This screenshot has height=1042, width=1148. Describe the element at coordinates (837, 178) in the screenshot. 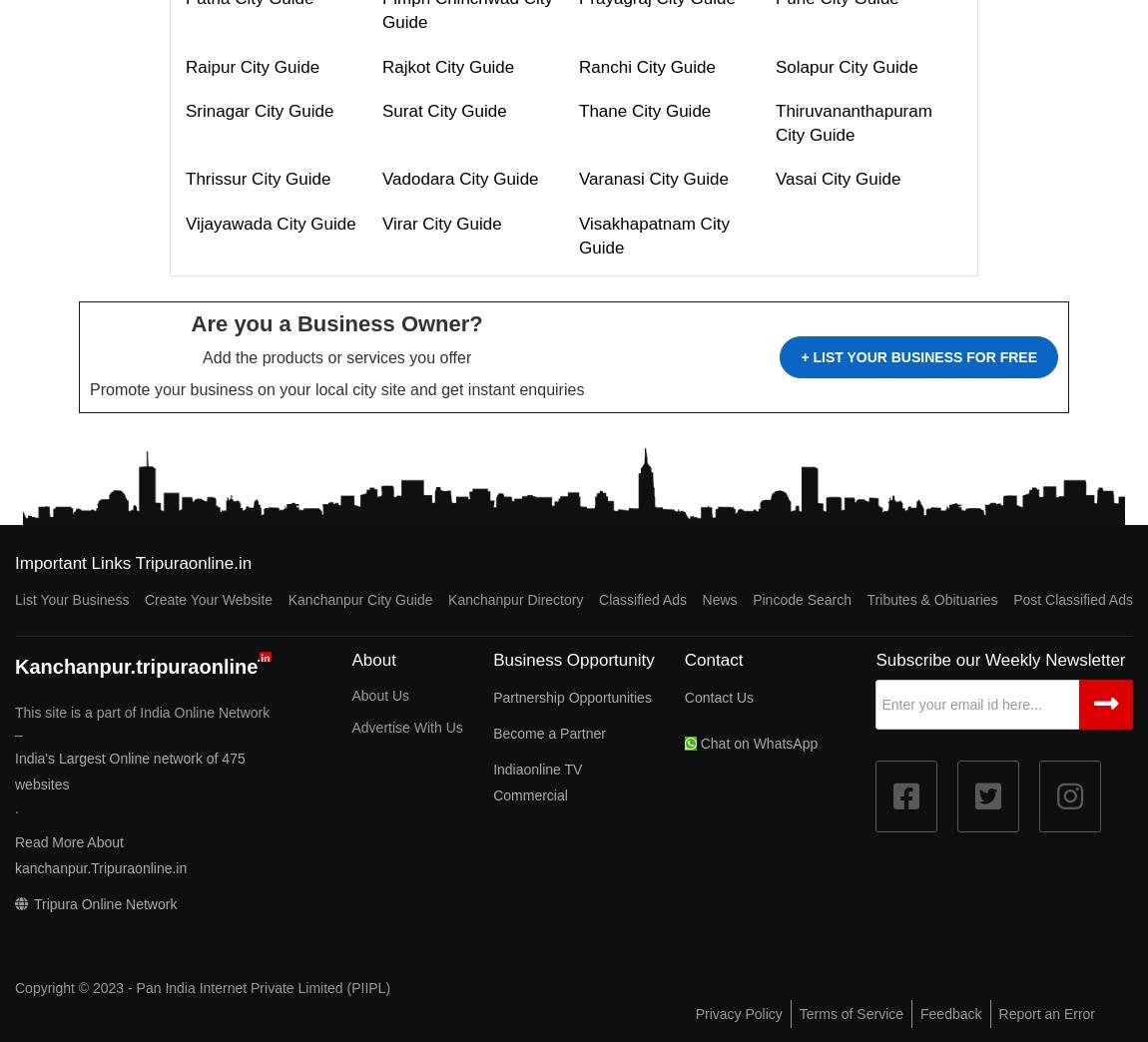

I see `'Vasai City Guide'` at that location.